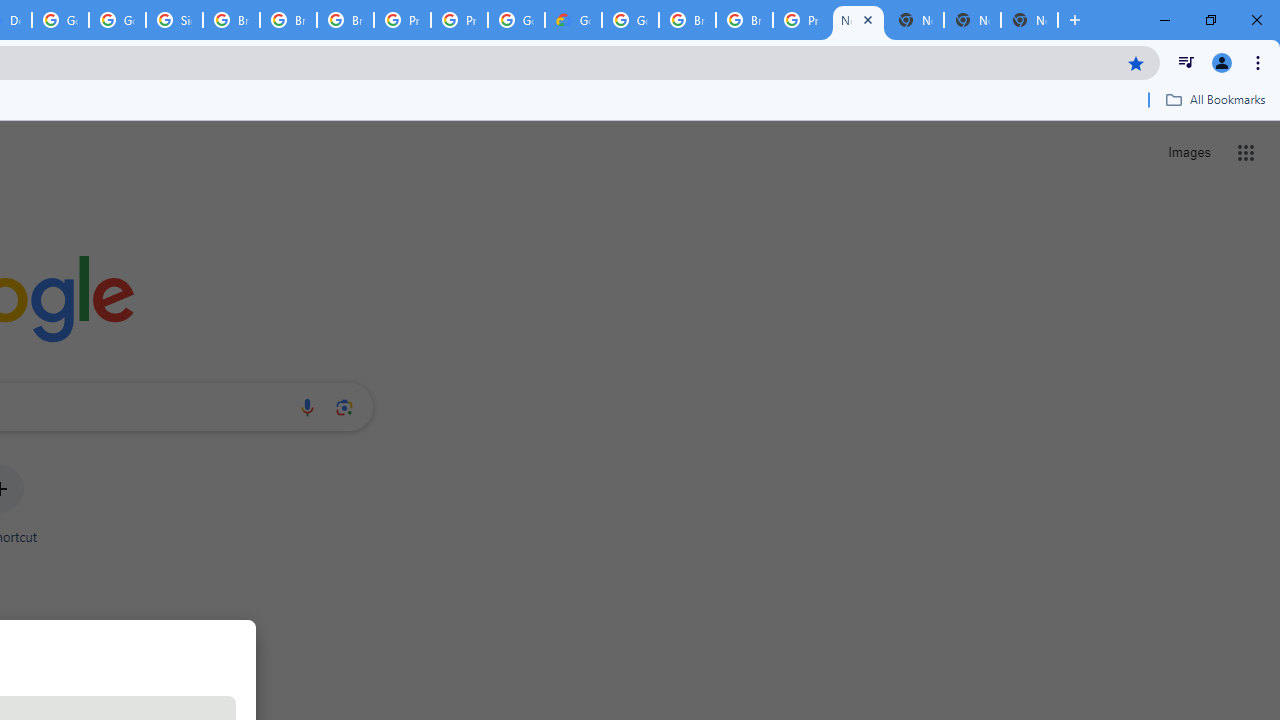  What do you see at coordinates (174, 20) in the screenshot?
I see `'Sign in - Google Accounts'` at bounding box center [174, 20].